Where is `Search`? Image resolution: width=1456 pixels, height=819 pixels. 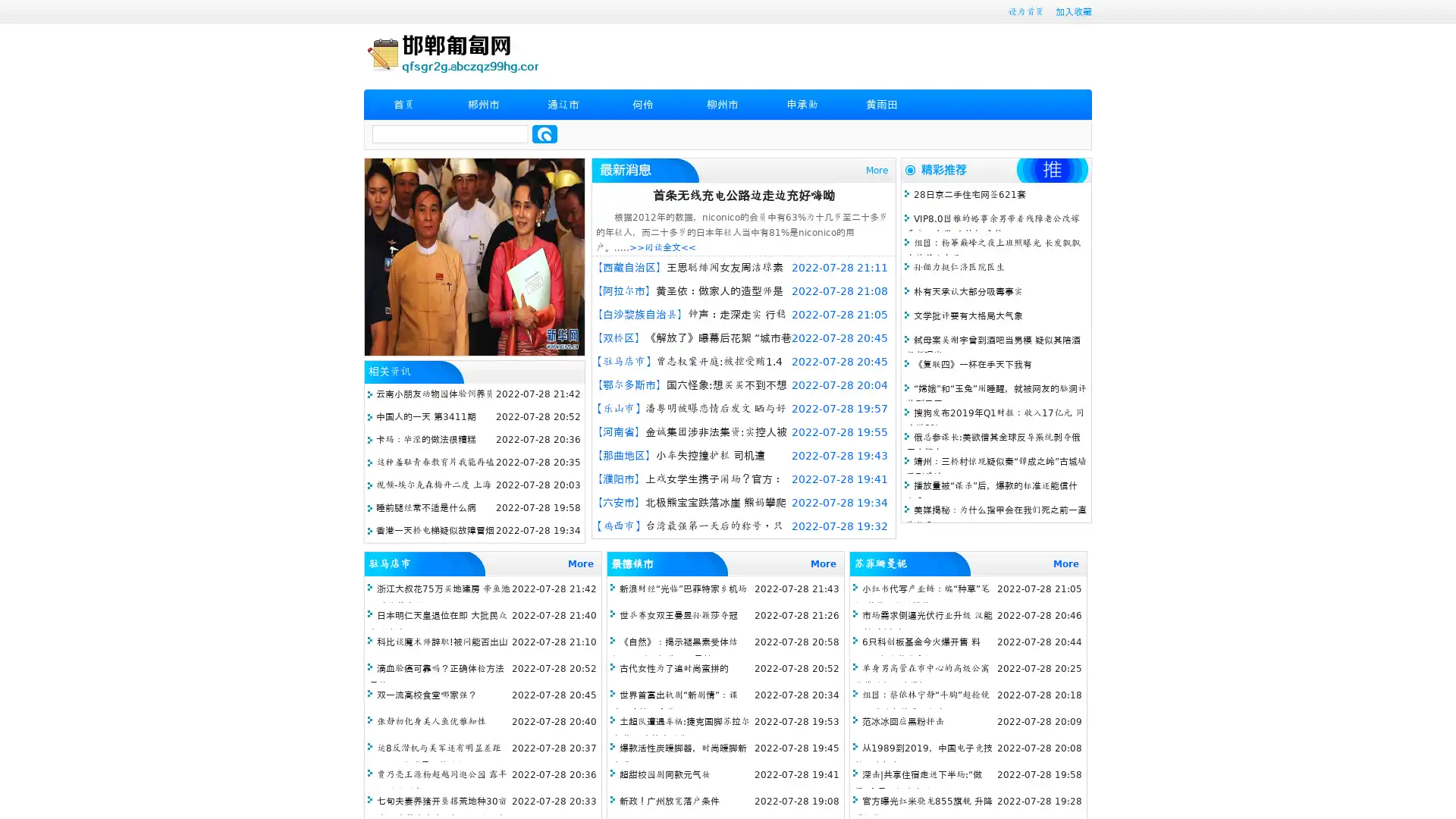
Search is located at coordinates (544, 133).